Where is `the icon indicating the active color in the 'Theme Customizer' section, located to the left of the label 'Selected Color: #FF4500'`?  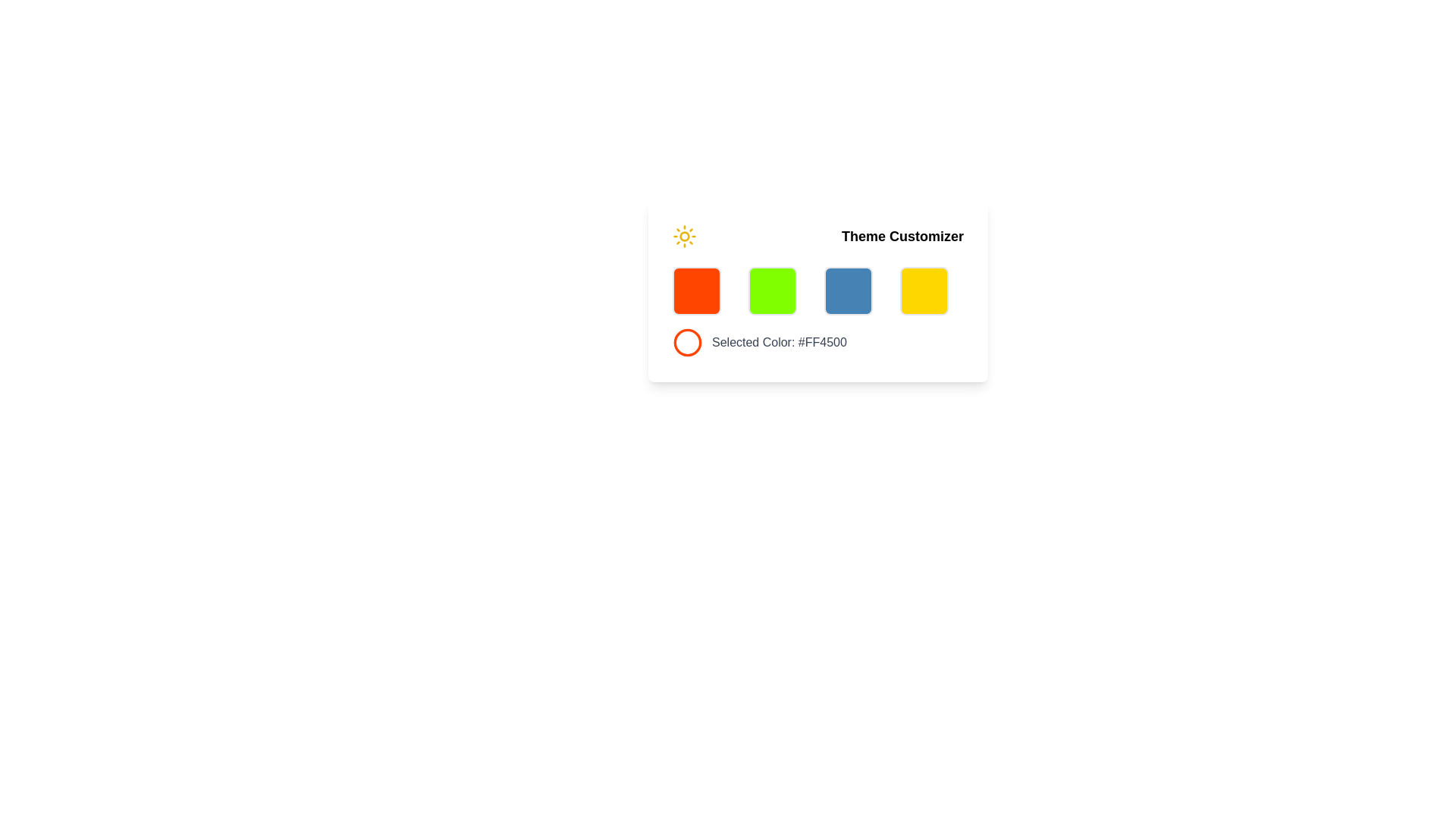
the icon indicating the active color in the 'Theme Customizer' section, located to the left of the label 'Selected Color: #FF4500' is located at coordinates (687, 342).